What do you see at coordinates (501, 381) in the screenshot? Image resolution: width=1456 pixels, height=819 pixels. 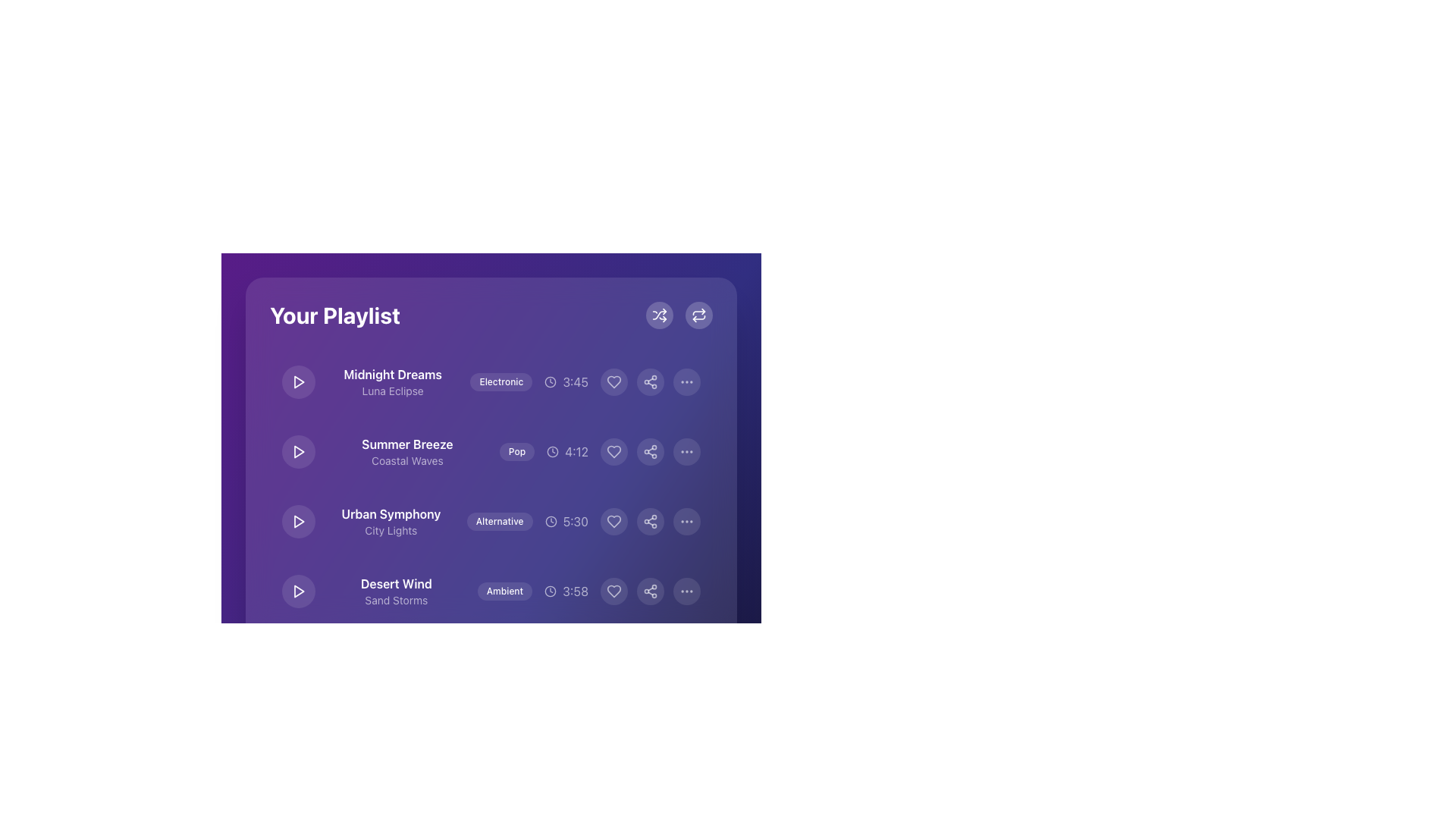 I see `the genre tag indicating that the song 'Midnight Dreams' belongs to the 'Electronic' genre, which is located to the right of the song's title and artist information` at bounding box center [501, 381].